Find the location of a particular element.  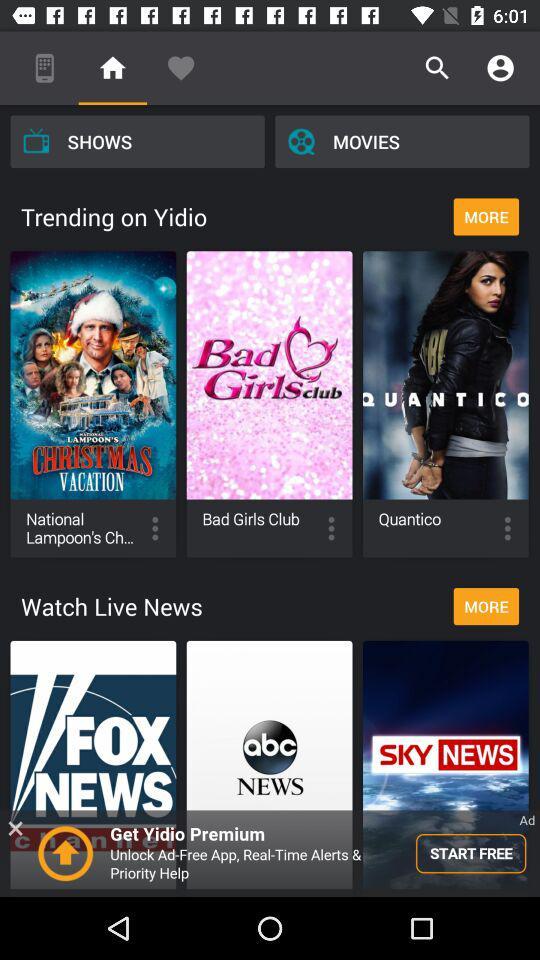

item below more is located at coordinates (270, 852).